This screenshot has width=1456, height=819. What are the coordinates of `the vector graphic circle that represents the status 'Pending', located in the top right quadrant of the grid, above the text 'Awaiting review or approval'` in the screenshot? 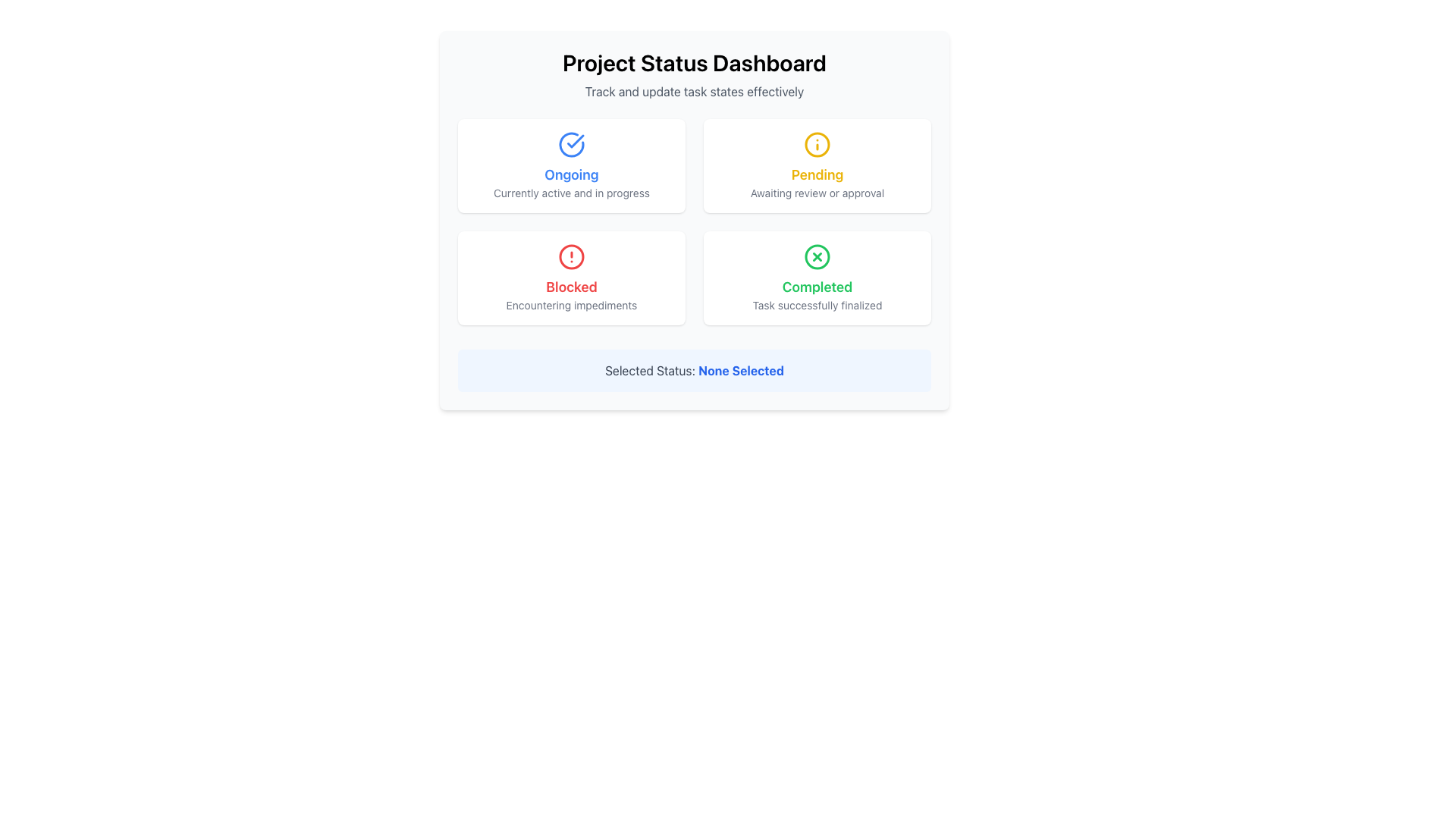 It's located at (817, 145).